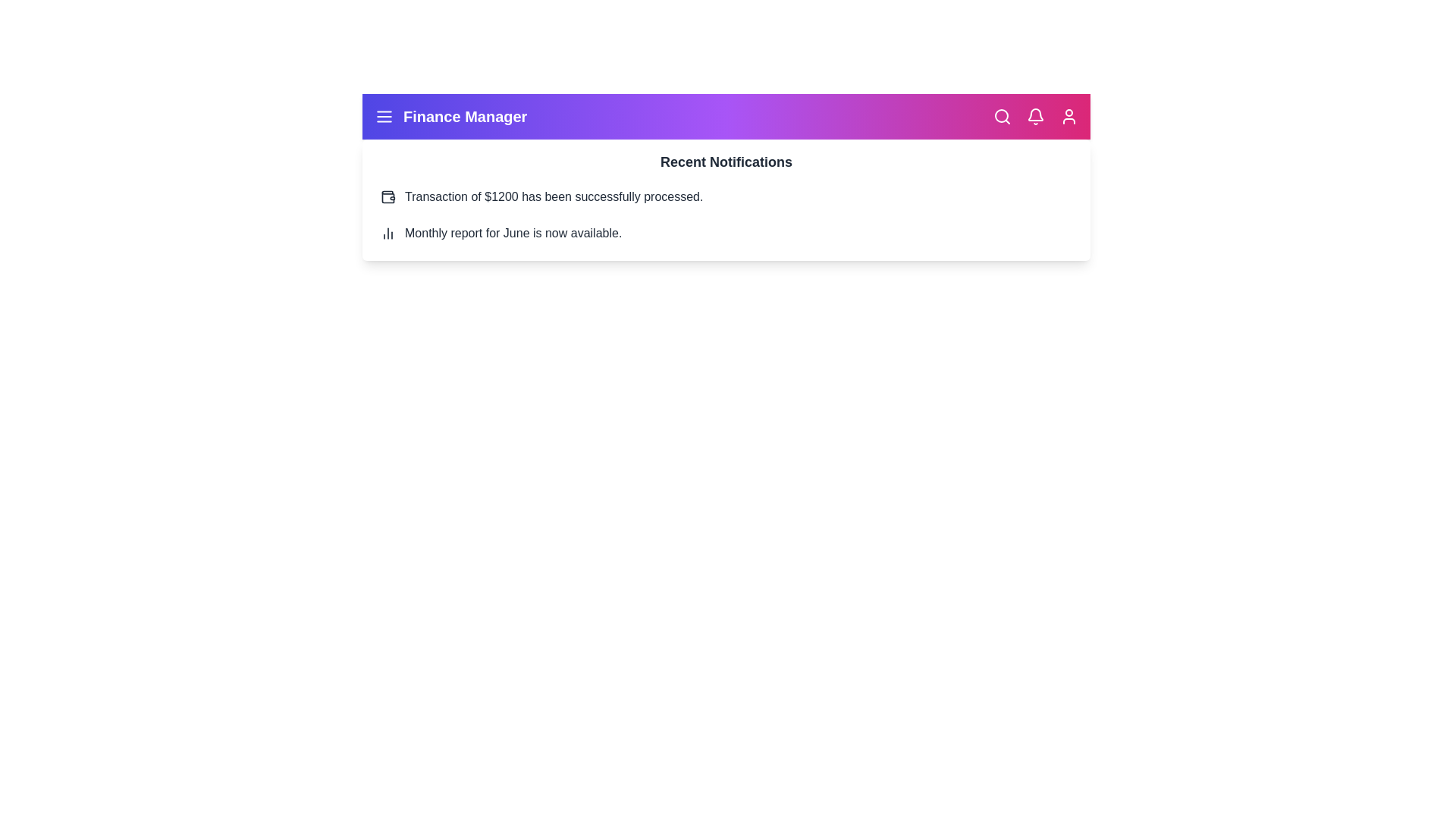  I want to click on the menu icon to open the menu, so click(384, 116).